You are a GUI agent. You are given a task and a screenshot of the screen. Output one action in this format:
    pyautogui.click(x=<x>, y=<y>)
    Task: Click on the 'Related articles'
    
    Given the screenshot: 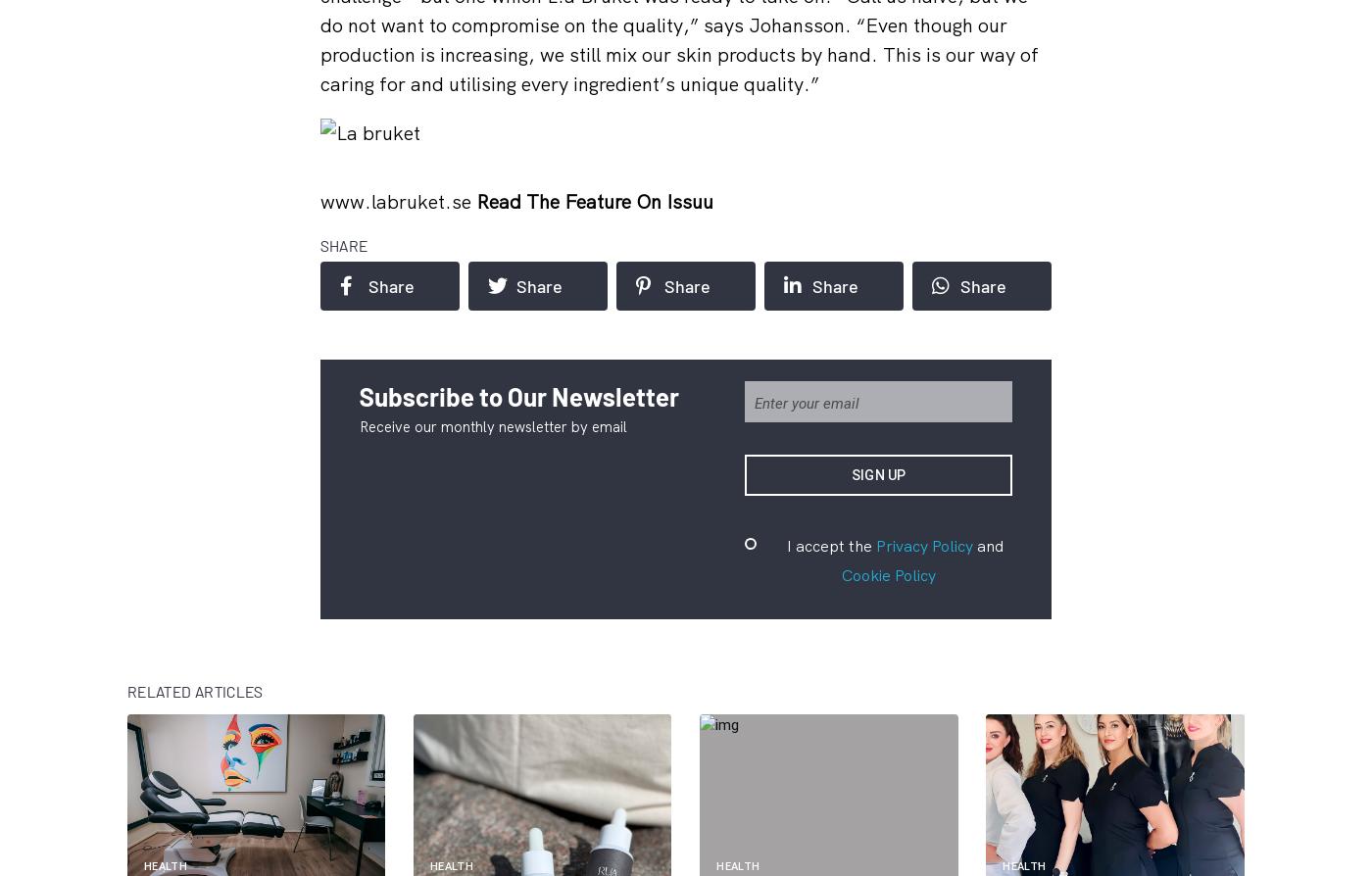 What is the action you would take?
    pyautogui.click(x=194, y=690)
    